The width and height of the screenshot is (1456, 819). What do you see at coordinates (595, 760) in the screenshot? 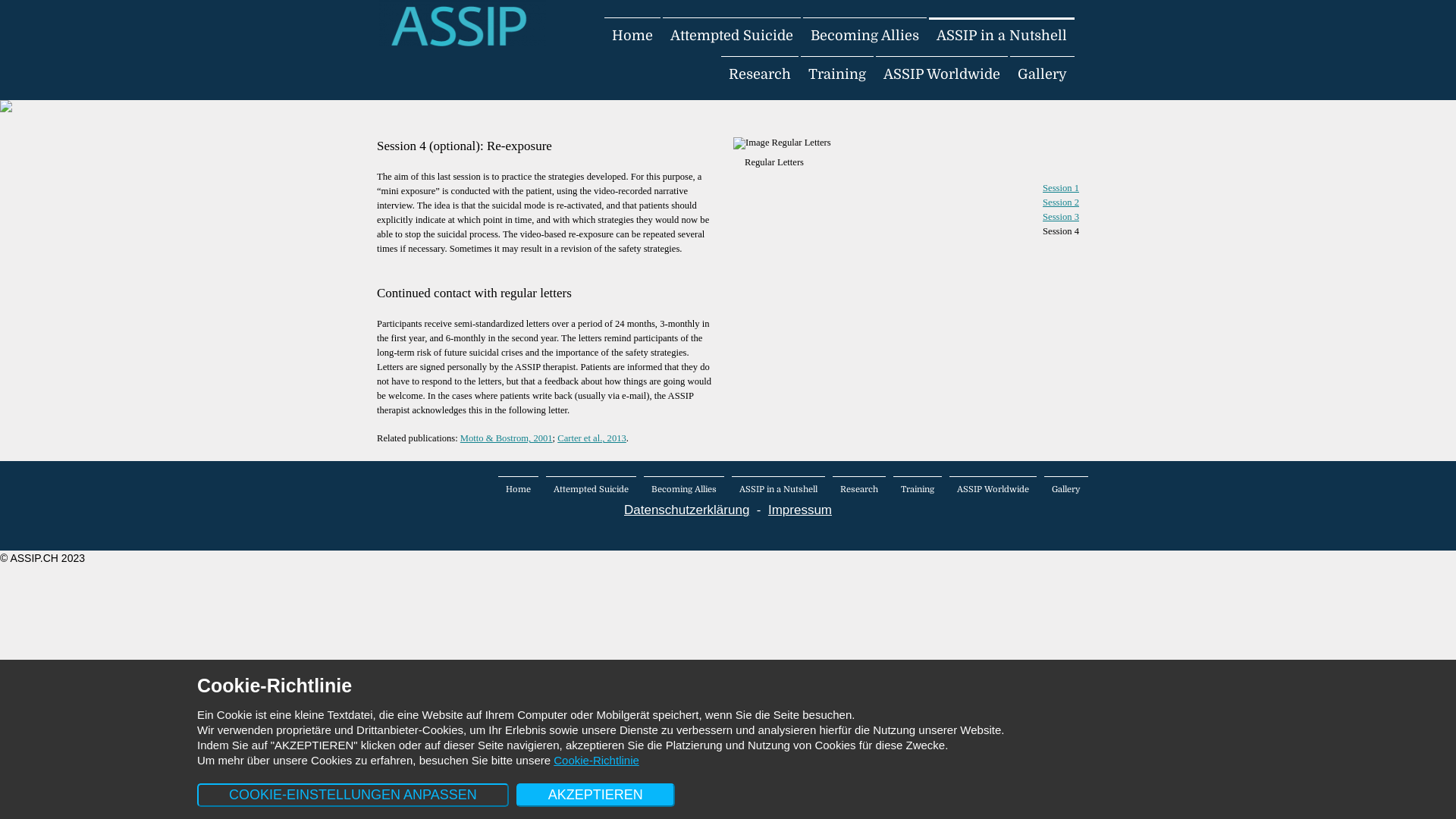
I see `'Cookie-Richtlinie'` at bounding box center [595, 760].